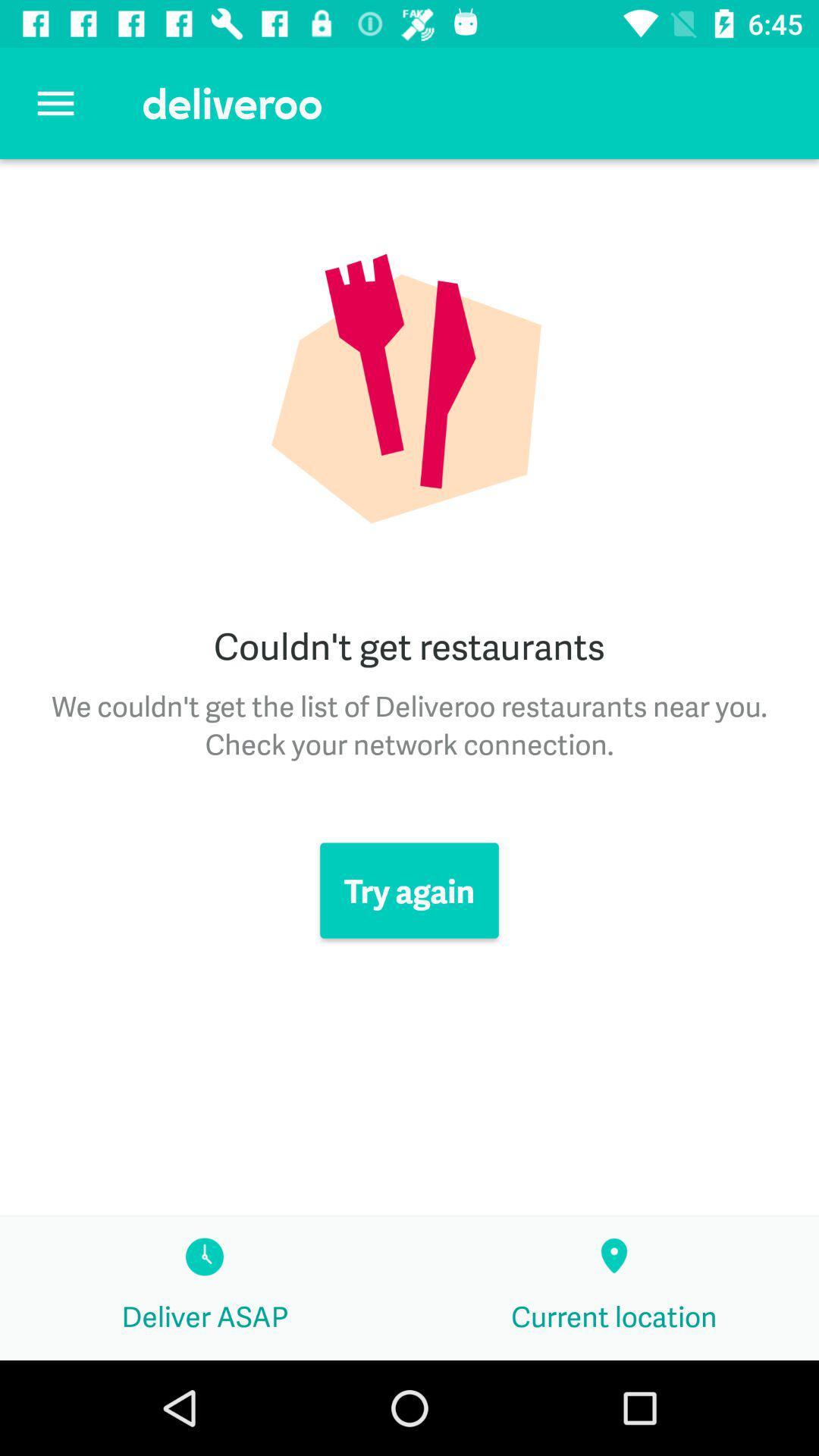 The image size is (819, 1456). Describe the element at coordinates (205, 1288) in the screenshot. I see `the icon at the bottom left corner` at that location.